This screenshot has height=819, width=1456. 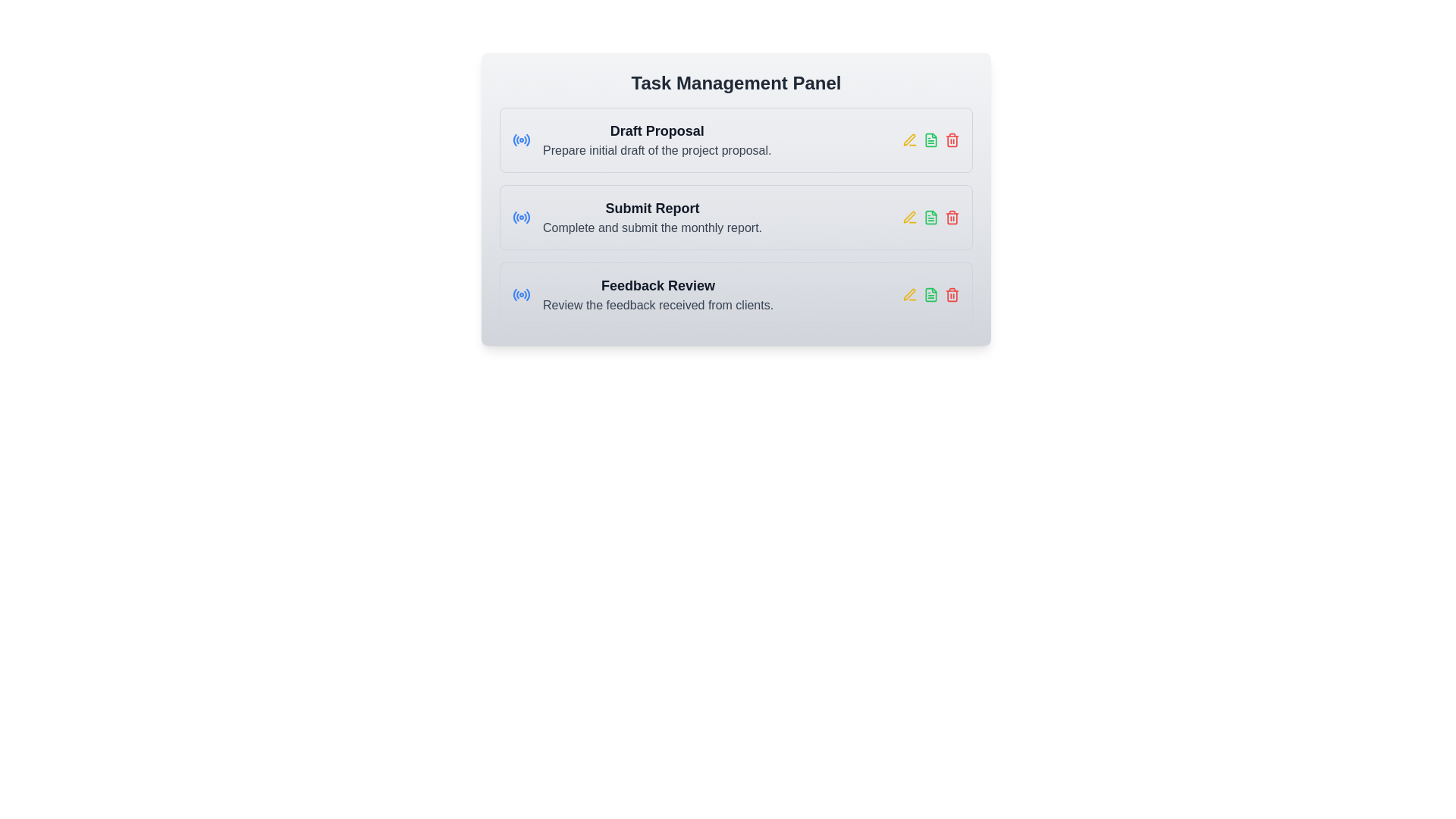 I want to click on the green-colored icon resembling a document or text file located in the 'Submit Report' row, positioned between the yellow pen icon and the red trash icon, so click(x=930, y=217).